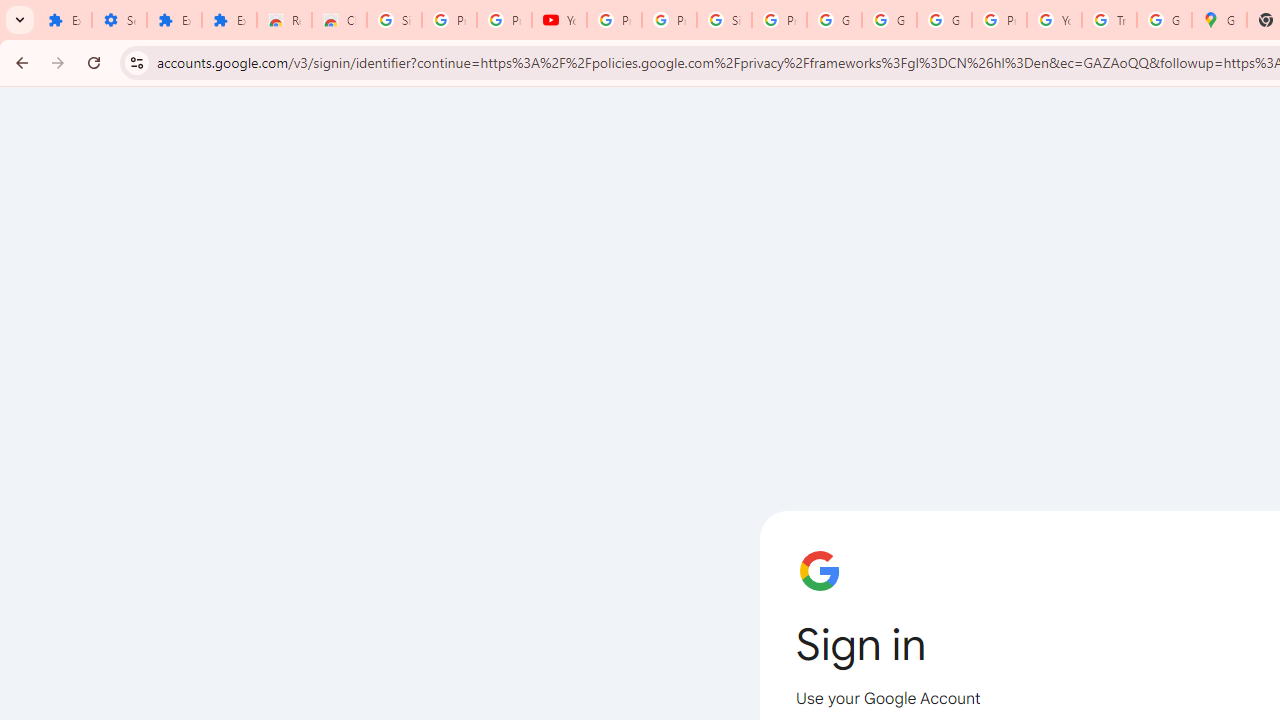 This screenshot has width=1280, height=720. I want to click on 'YouTube', so click(560, 20).